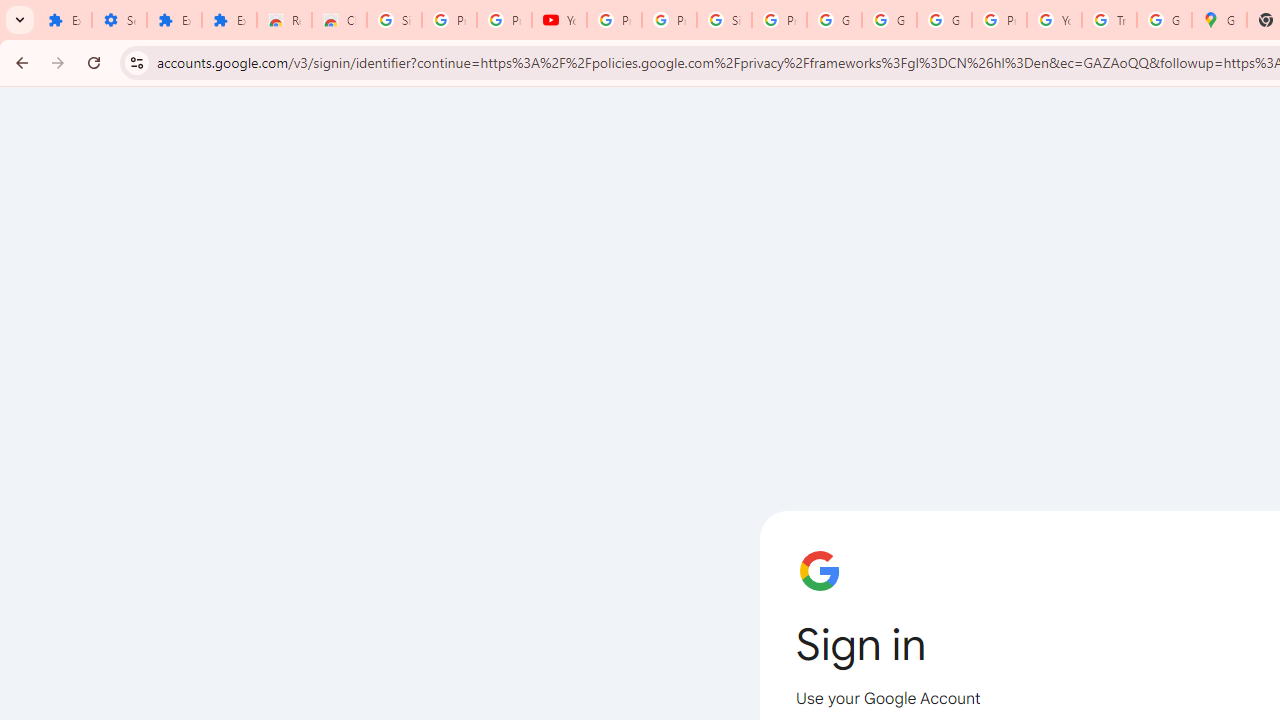 This screenshot has width=1280, height=720. I want to click on 'YouTube', so click(560, 20).